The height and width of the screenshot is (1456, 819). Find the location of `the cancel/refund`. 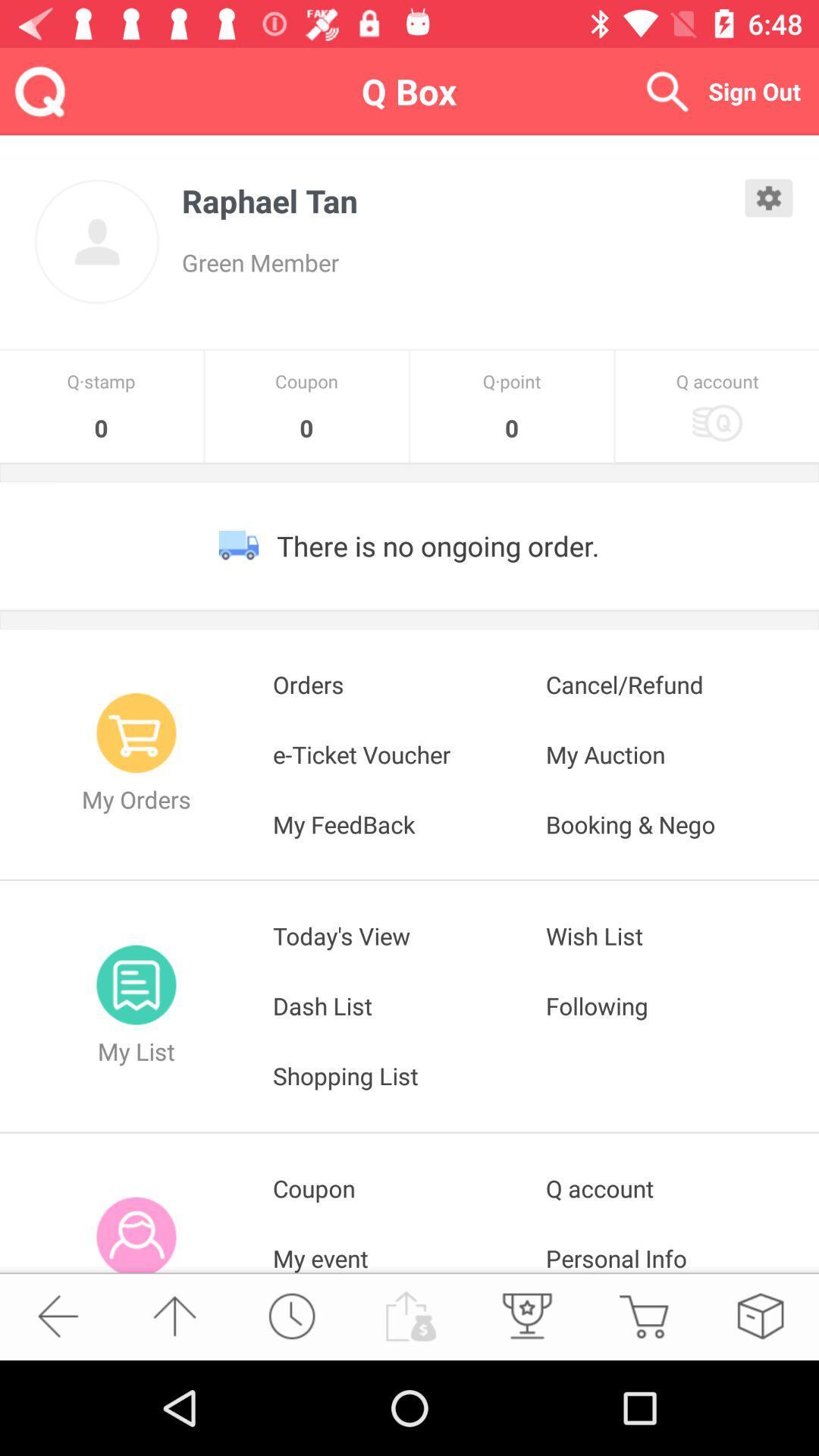

the cancel/refund is located at coordinates (681, 683).